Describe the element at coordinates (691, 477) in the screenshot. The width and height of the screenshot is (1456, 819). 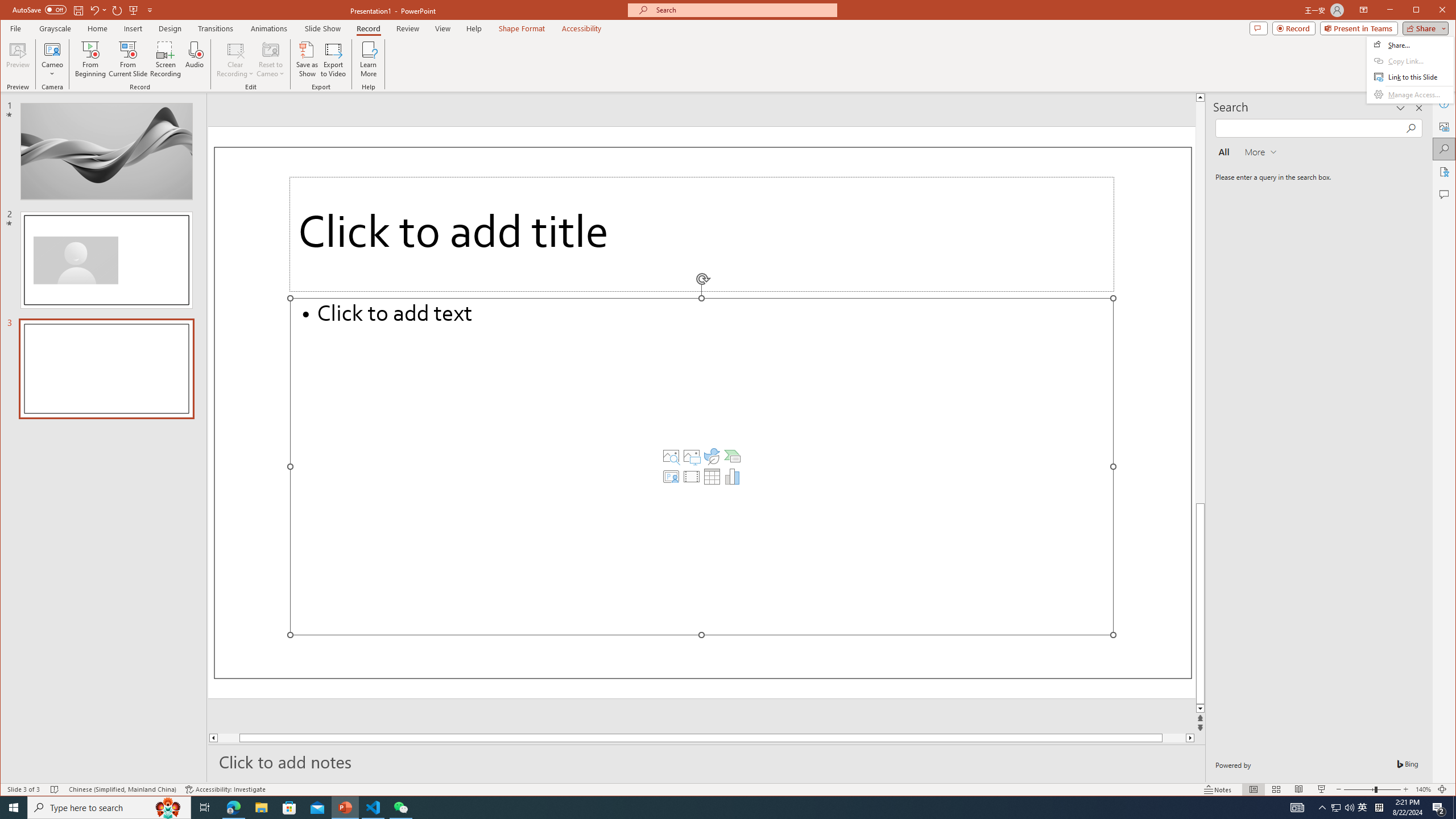
I see `'Insert Video'` at that location.